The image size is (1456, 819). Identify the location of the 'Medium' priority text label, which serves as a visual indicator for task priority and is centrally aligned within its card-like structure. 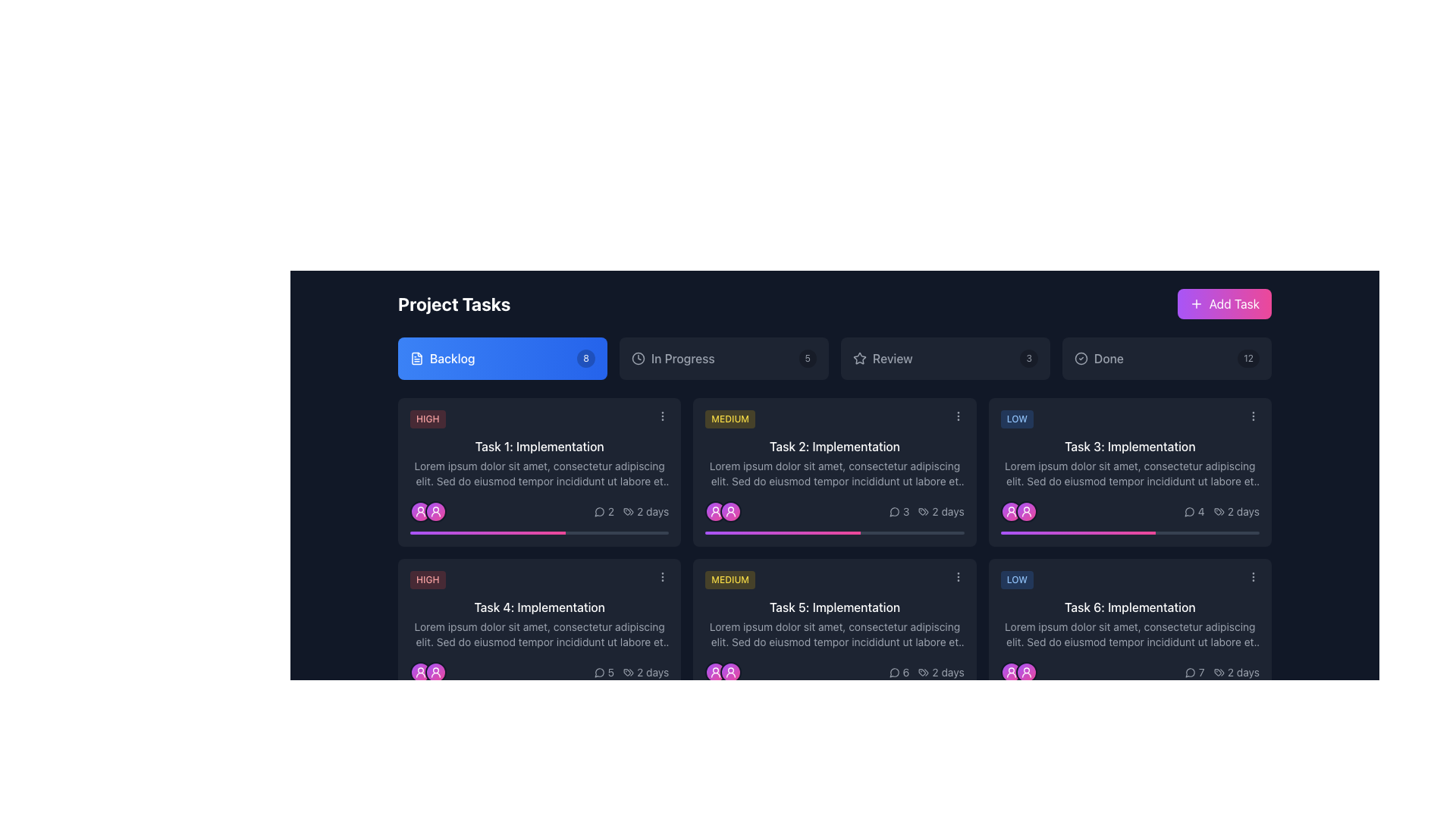
(730, 419).